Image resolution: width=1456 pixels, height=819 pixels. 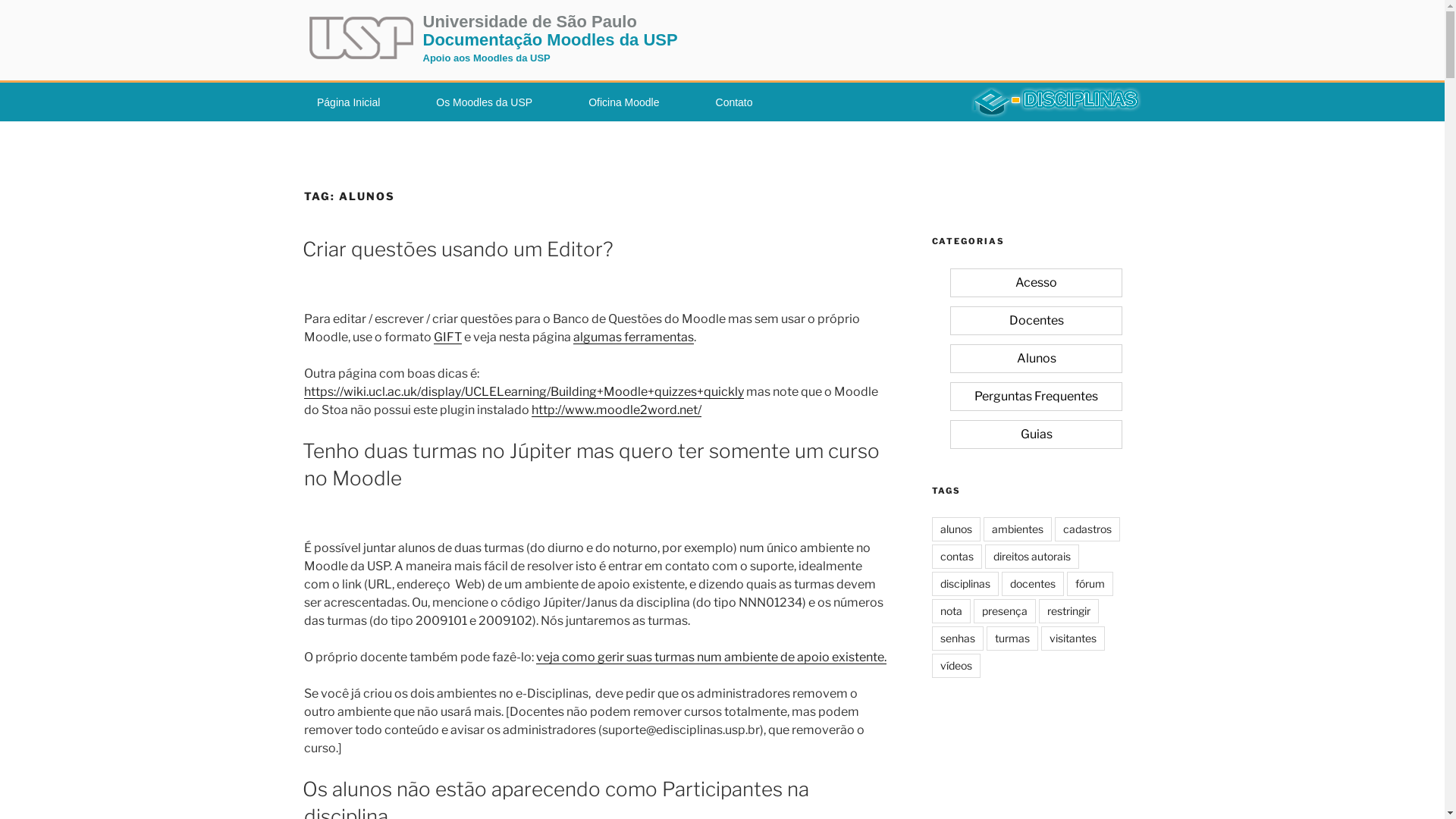 What do you see at coordinates (930, 610) in the screenshot?
I see `'nota'` at bounding box center [930, 610].